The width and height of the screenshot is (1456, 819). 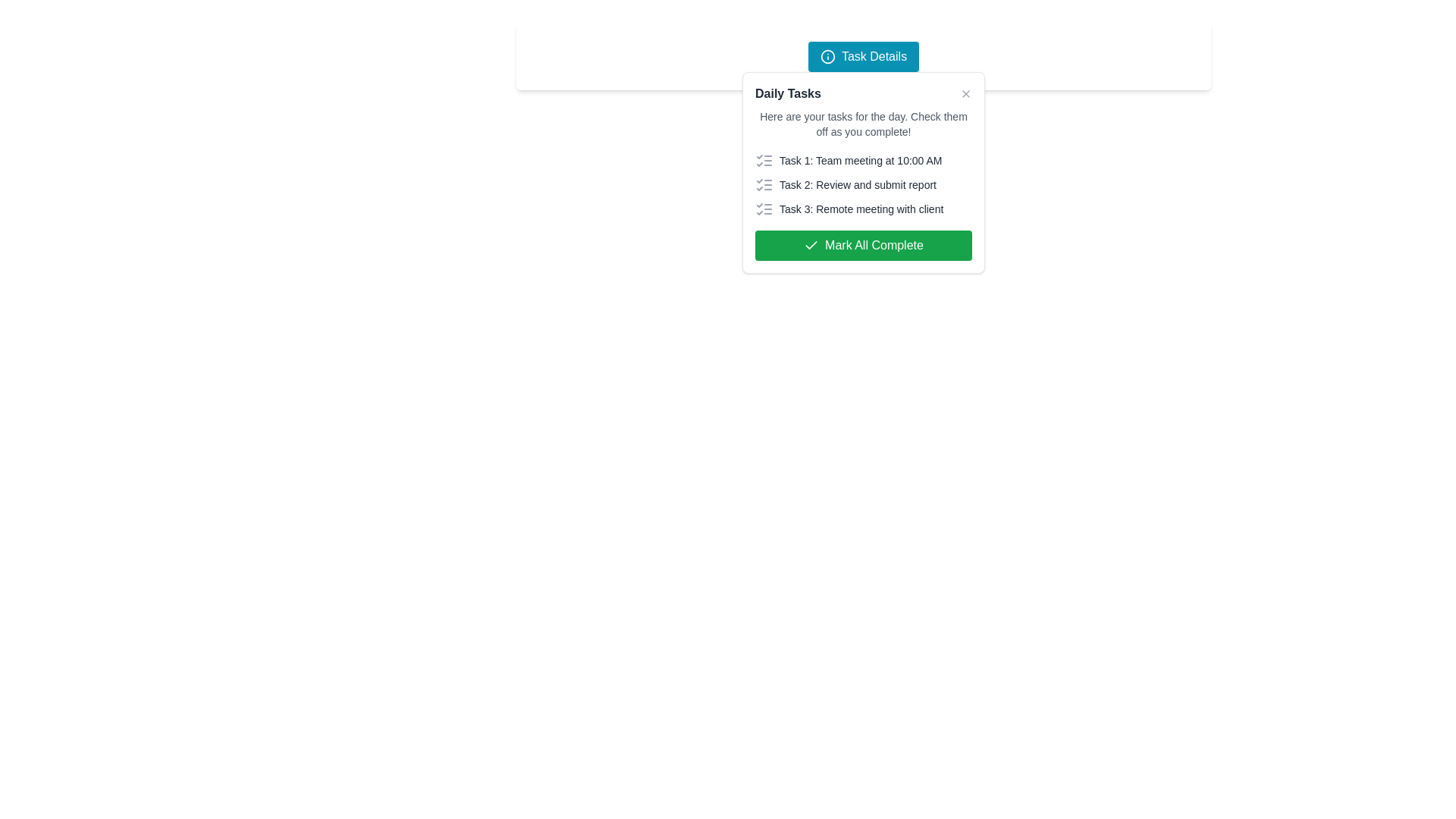 What do you see at coordinates (764, 184) in the screenshot?
I see `the checklist SVG icon located to the left of the task item labeled 'Task 2: Review and submit report.'` at bounding box center [764, 184].